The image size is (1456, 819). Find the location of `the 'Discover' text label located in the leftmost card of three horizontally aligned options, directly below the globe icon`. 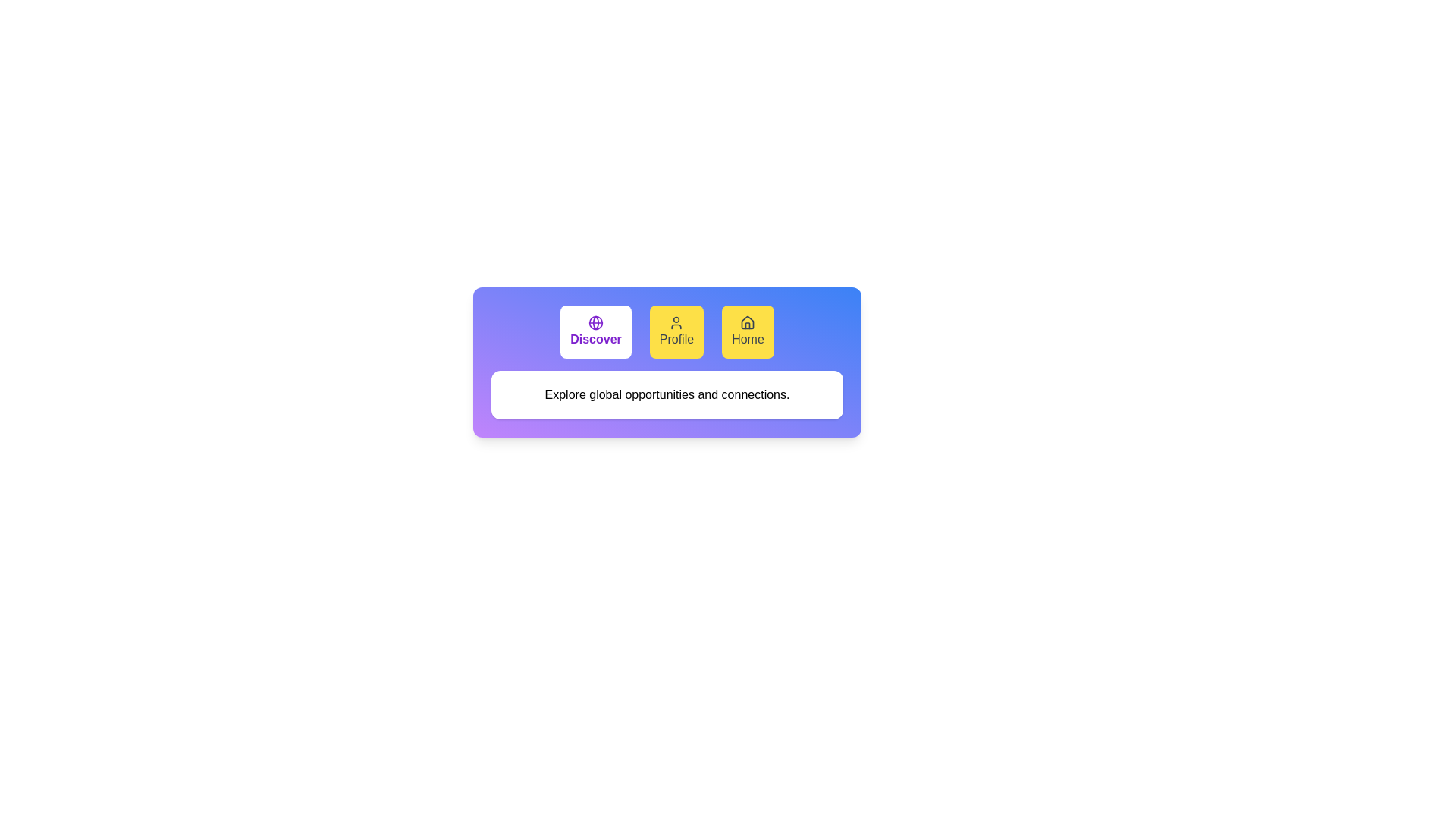

the 'Discover' text label located in the leftmost card of three horizontally aligned options, directly below the globe icon is located at coordinates (595, 338).